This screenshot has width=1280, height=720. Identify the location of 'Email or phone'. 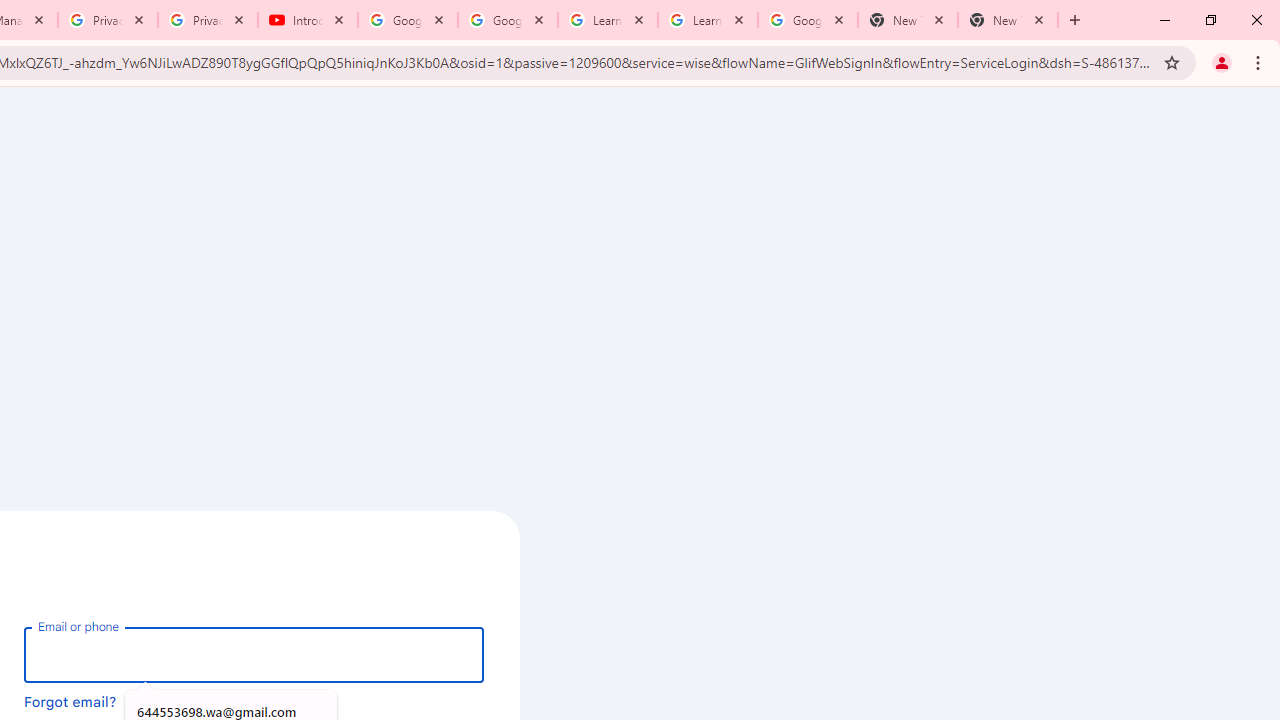
(253, 654).